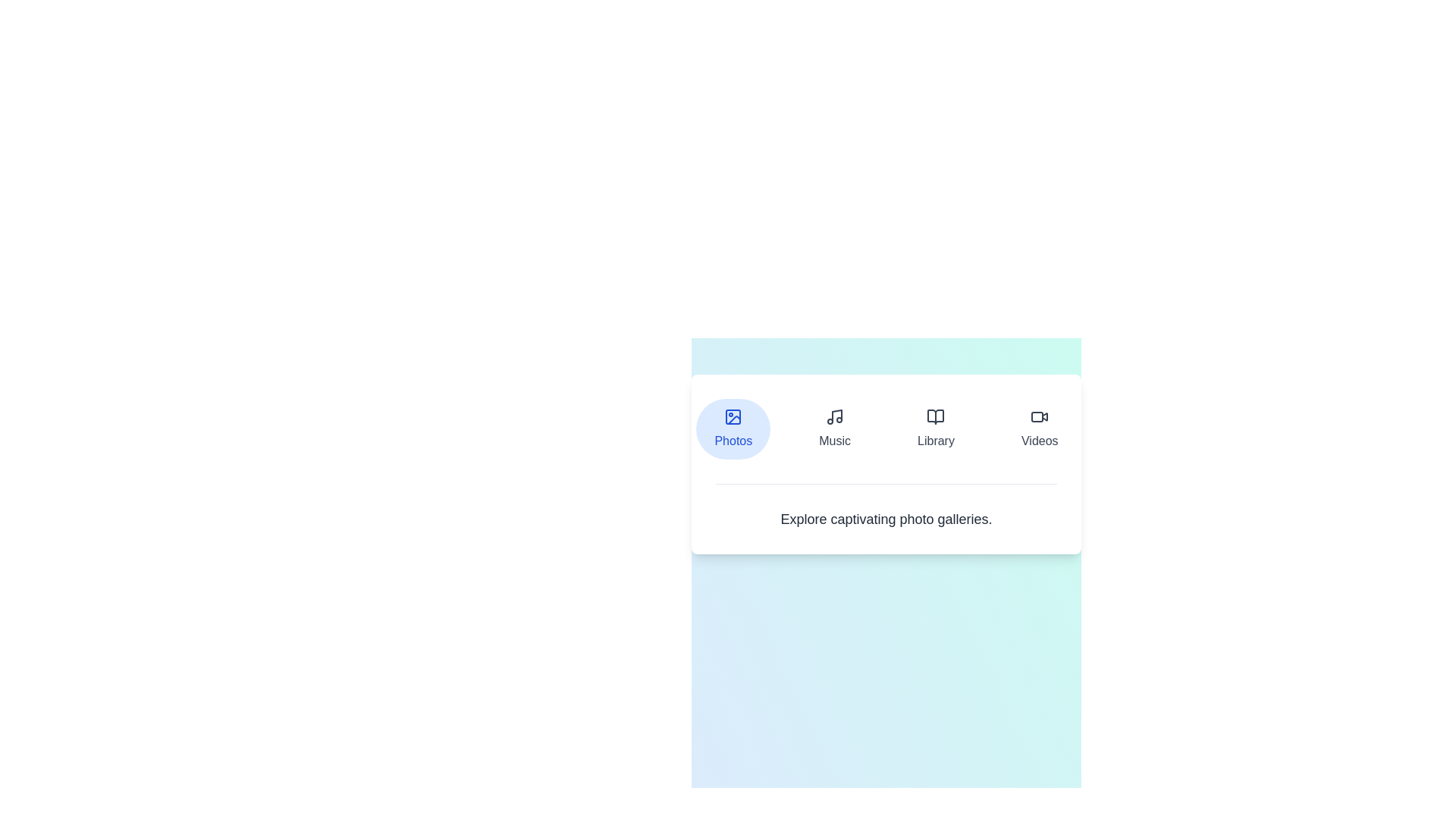 This screenshot has height=819, width=1456. What do you see at coordinates (733, 417) in the screenshot?
I see `the rounded rectangle graphical shape that represents an image icon, located centrally within the SVG element` at bounding box center [733, 417].